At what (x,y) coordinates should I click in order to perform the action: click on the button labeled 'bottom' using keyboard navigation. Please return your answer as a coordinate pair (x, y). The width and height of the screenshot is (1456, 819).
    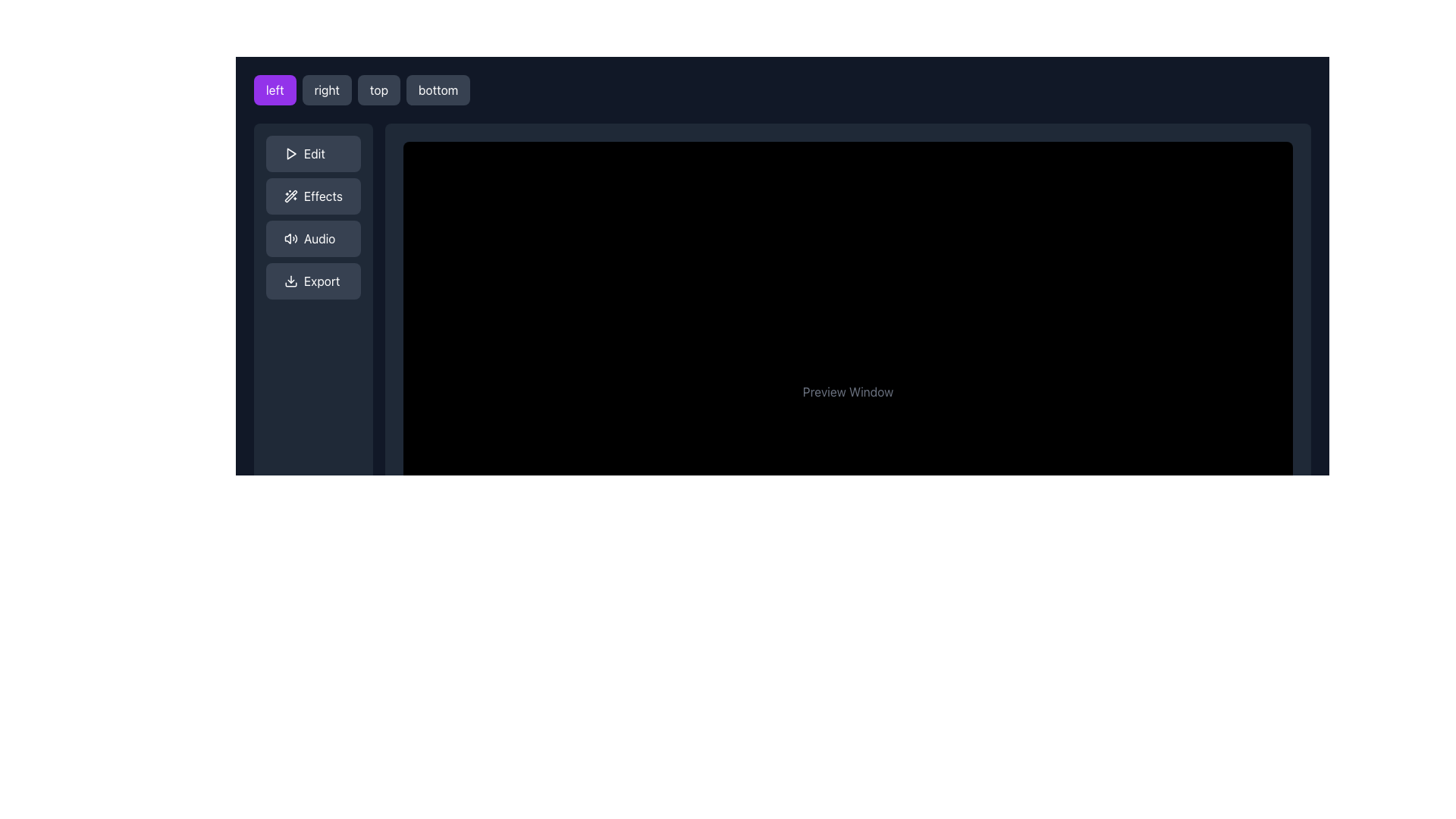
    Looking at the image, I should click on (438, 90).